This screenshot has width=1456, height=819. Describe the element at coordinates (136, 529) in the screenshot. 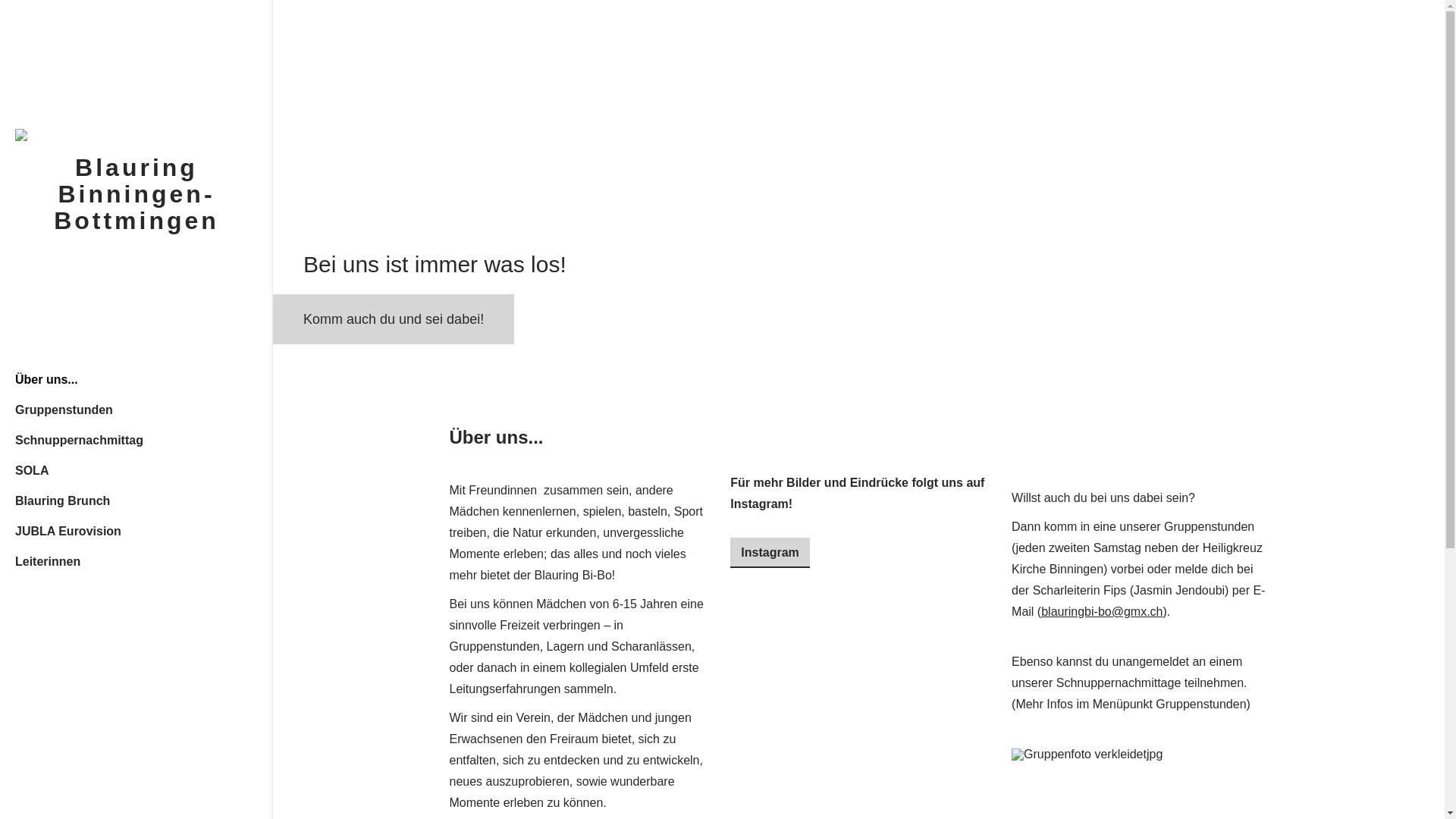

I see `'JUBLA Eurovision'` at that location.